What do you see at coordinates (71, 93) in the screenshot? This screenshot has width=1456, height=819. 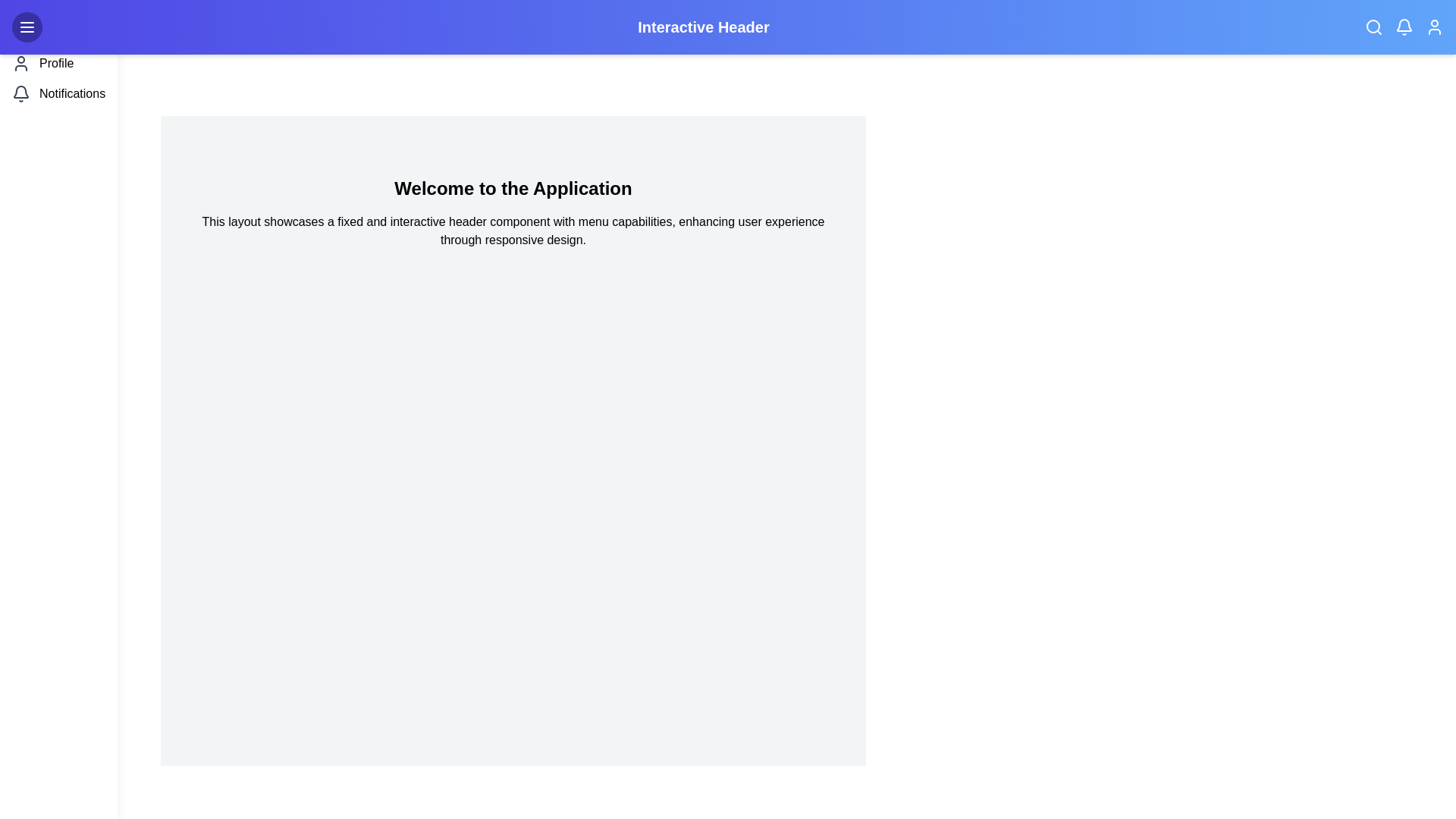 I see `the 'Notifications' text label, which is displayed in a plain font adjacent to a bell icon in the sidebar section` at bounding box center [71, 93].